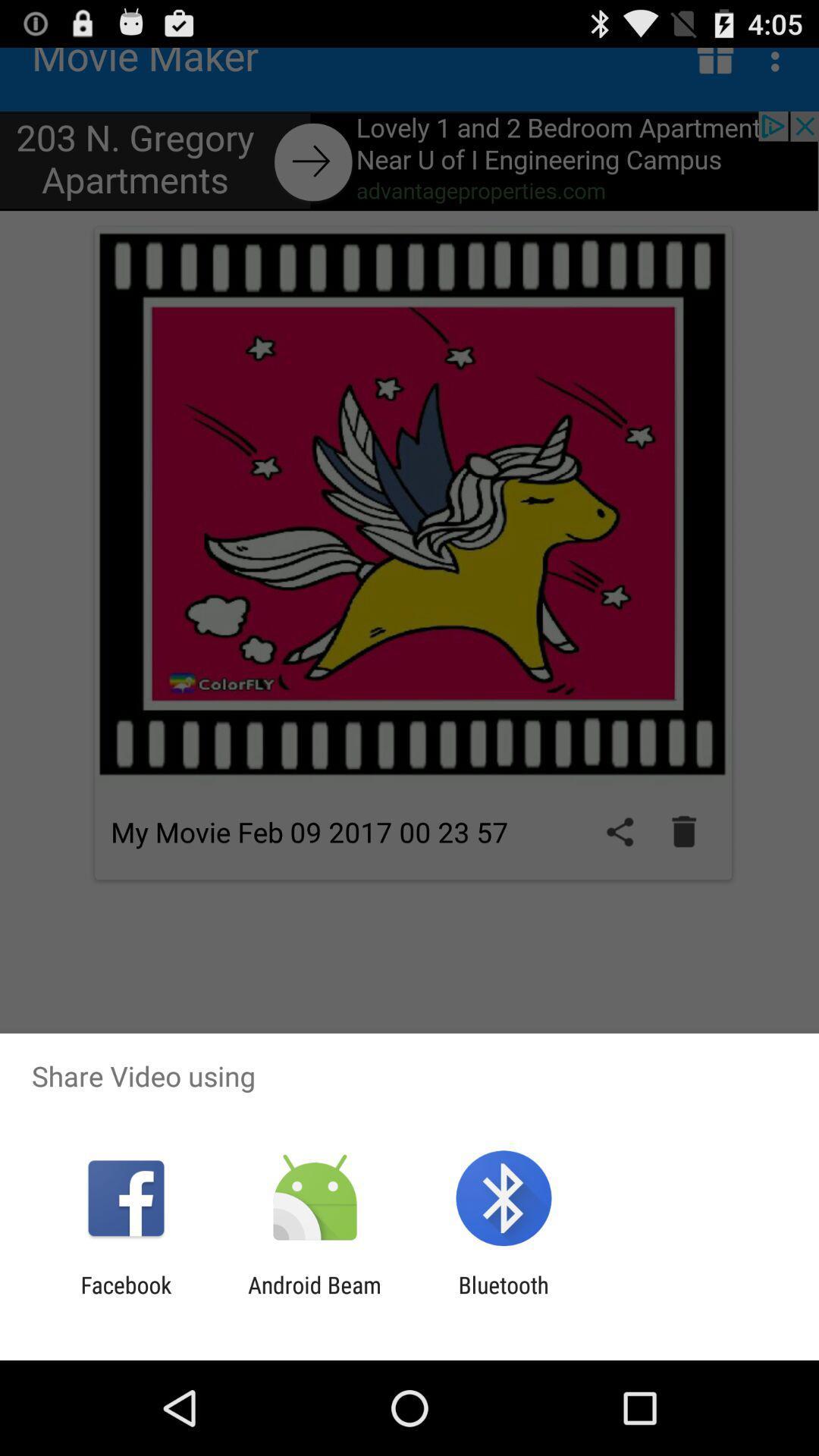  Describe the element at coordinates (314, 1298) in the screenshot. I see `android beam` at that location.